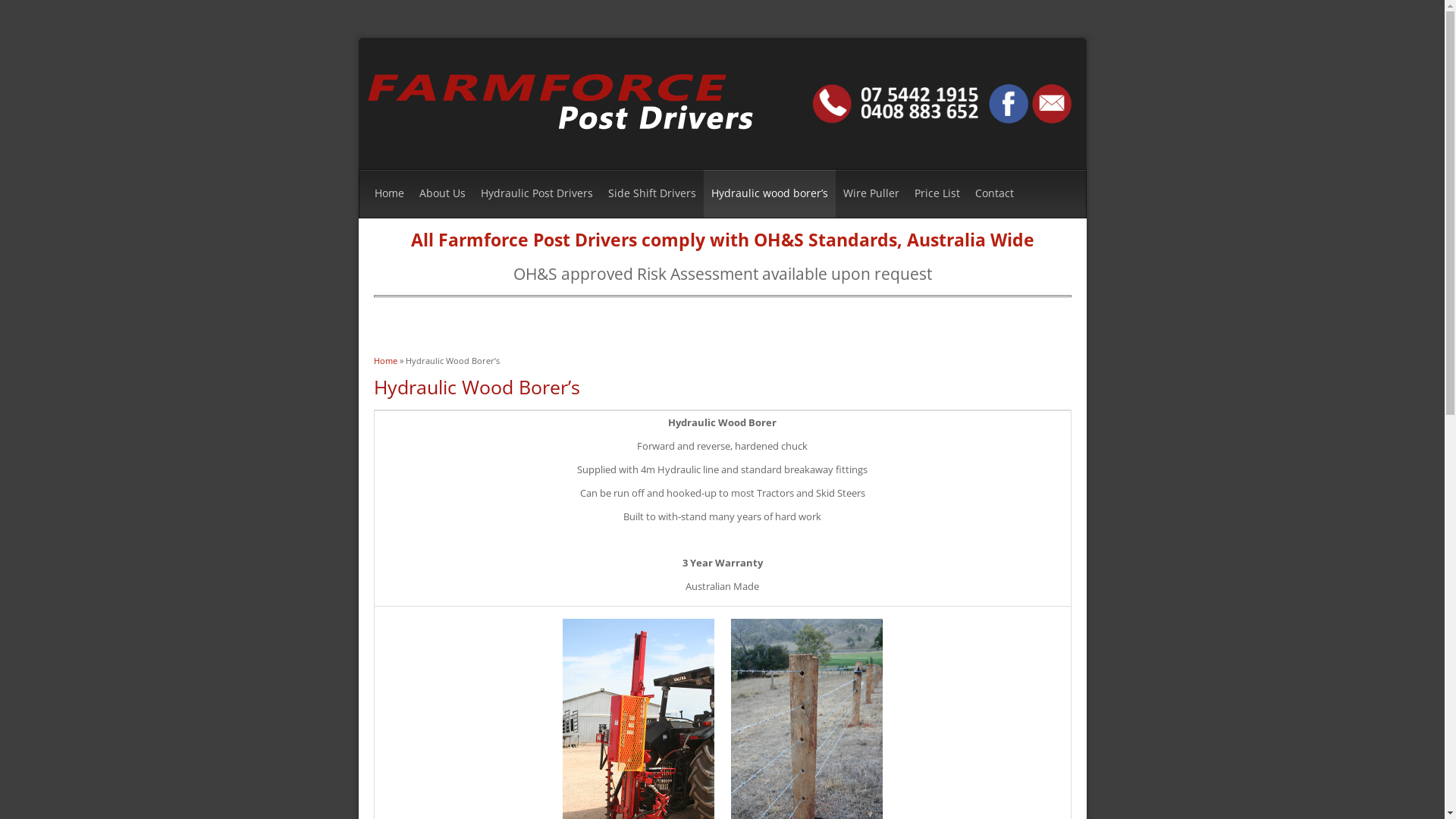  Describe the element at coordinates (651, 193) in the screenshot. I see `'Side Shift Drivers'` at that location.